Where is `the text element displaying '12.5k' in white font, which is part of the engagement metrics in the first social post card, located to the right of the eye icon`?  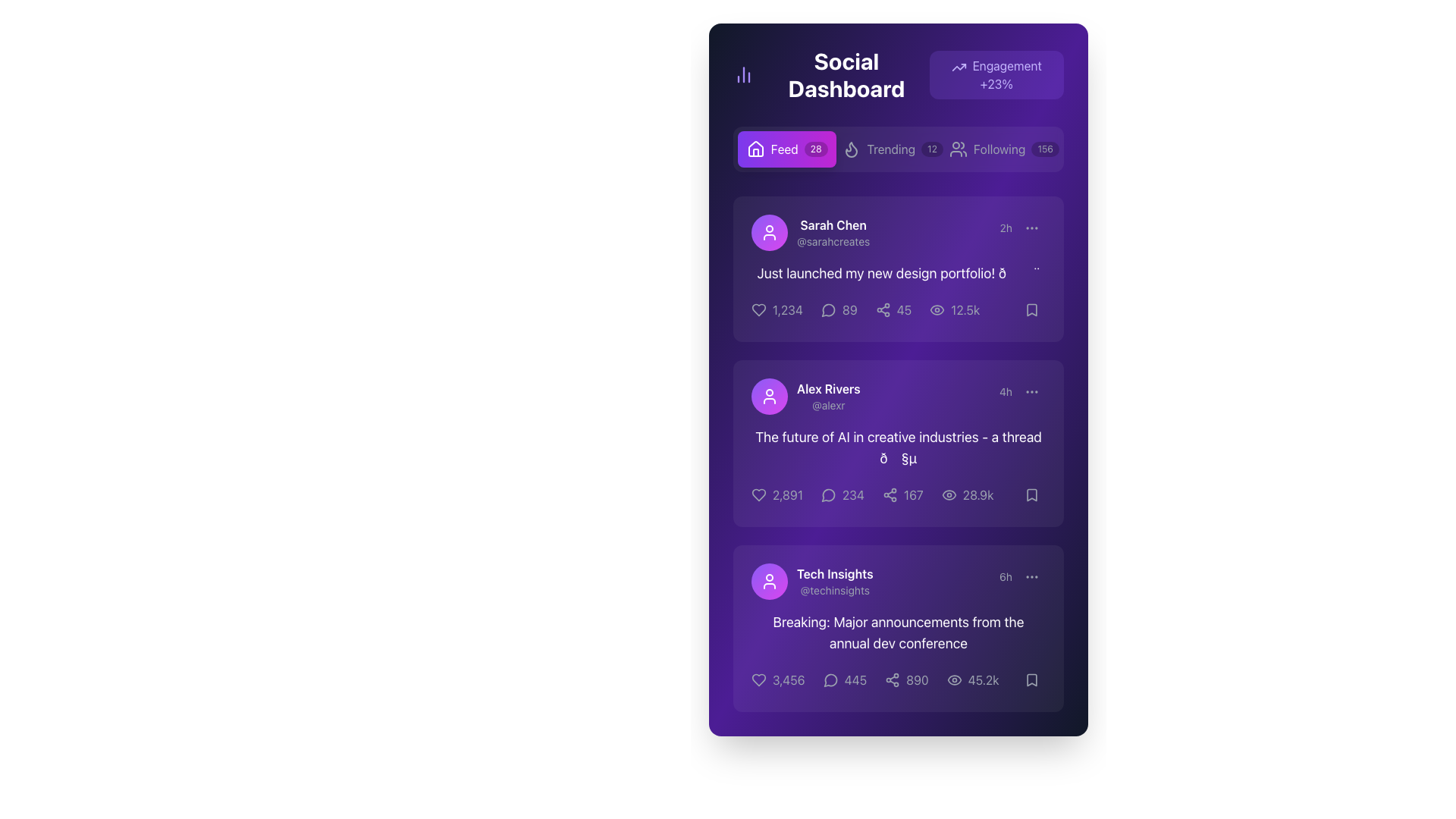
the text element displaying '12.5k' in white font, which is part of the engagement metrics in the first social post card, located to the right of the eye icon is located at coordinates (965, 309).